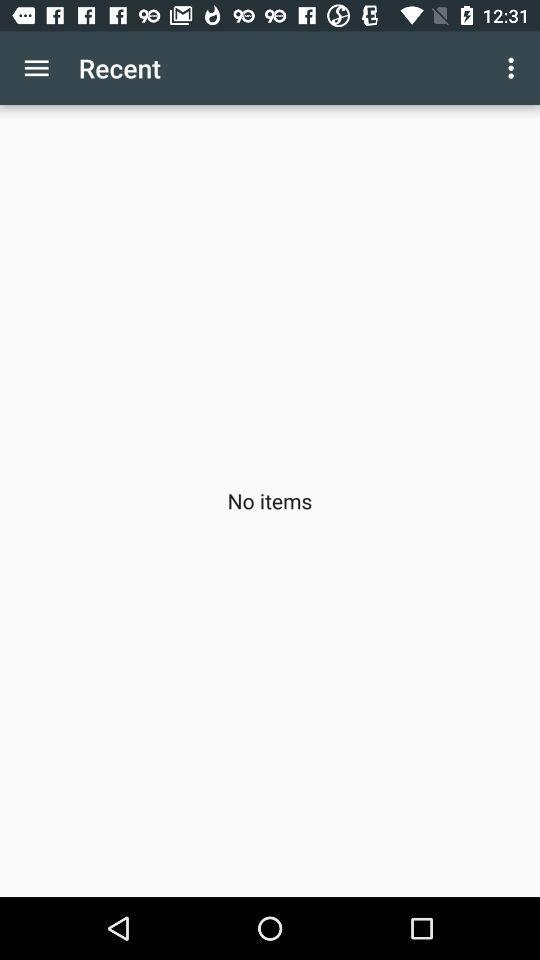  I want to click on app to the left of the recent icon, so click(36, 68).